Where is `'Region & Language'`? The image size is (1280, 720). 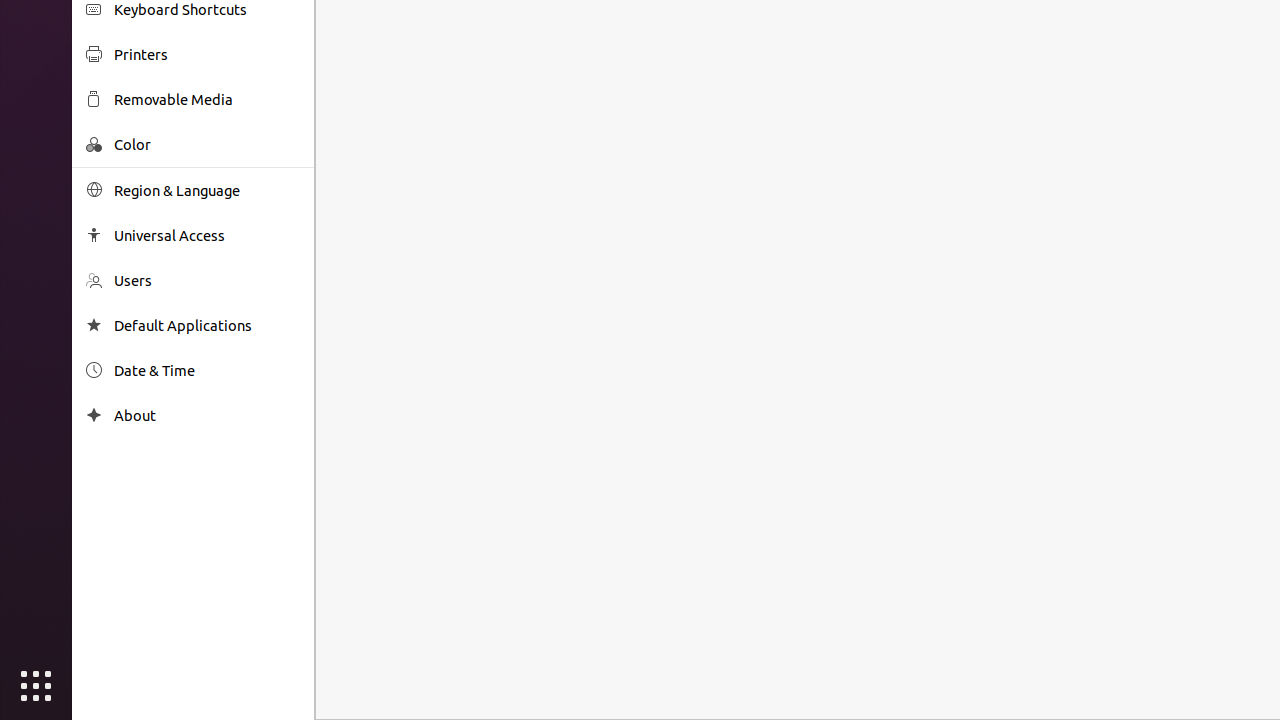 'Region & Language' is located at coordinates (206, 190).